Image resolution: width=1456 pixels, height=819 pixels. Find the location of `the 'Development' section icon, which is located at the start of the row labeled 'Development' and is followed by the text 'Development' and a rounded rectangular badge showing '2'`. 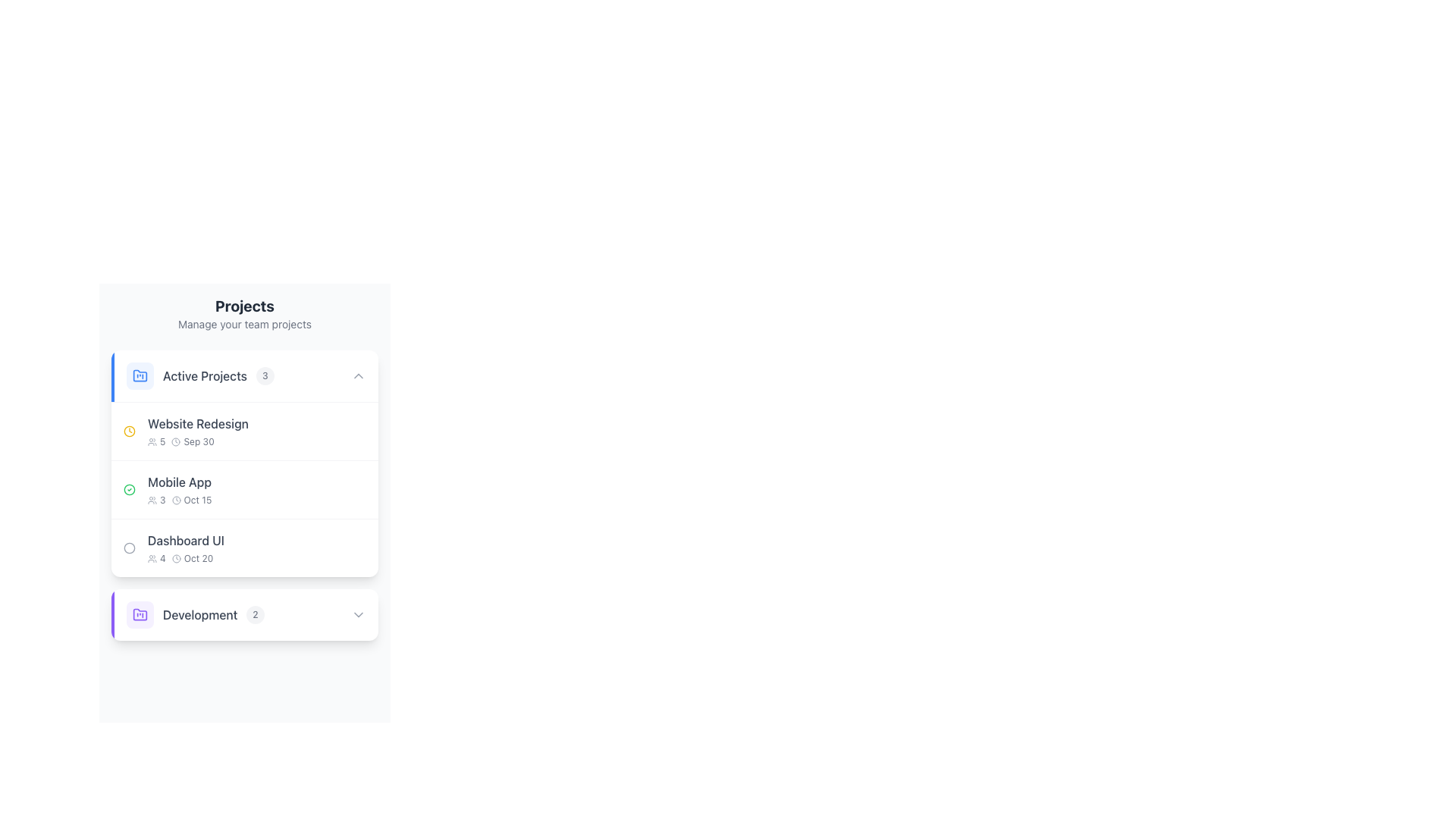

the 'Development' section icon, which is located at the start of the row labeled 'Development' and is followed by the text 'Development' and a rounded rectangular badge showing '2' is located at coordinates (140, 614).